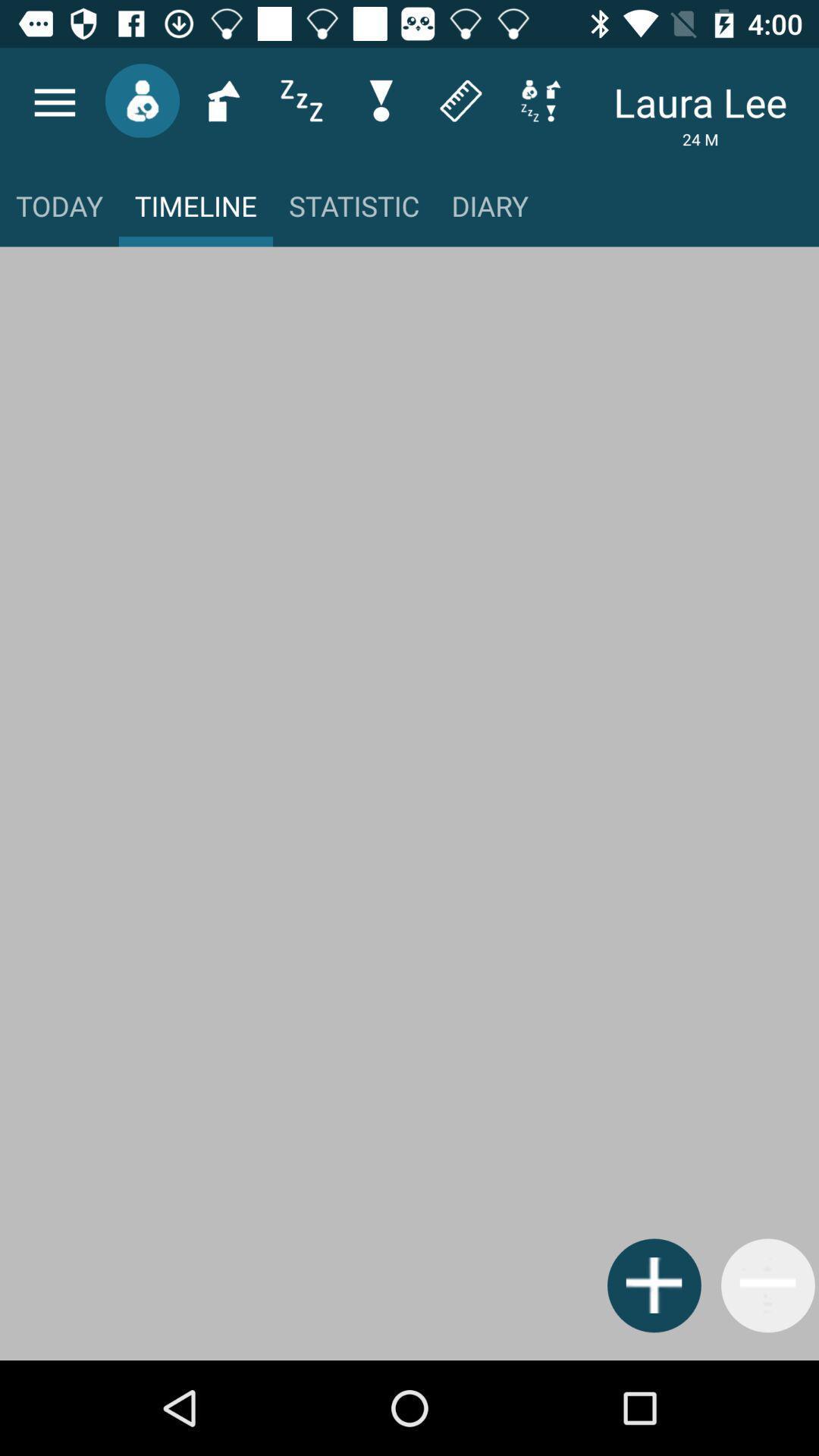 The image size is (819, 1456). What do you see at coordinates (767, 1285) in the screenshot?
I see `the zoom_out icon` at bounding box center [767, 1285].